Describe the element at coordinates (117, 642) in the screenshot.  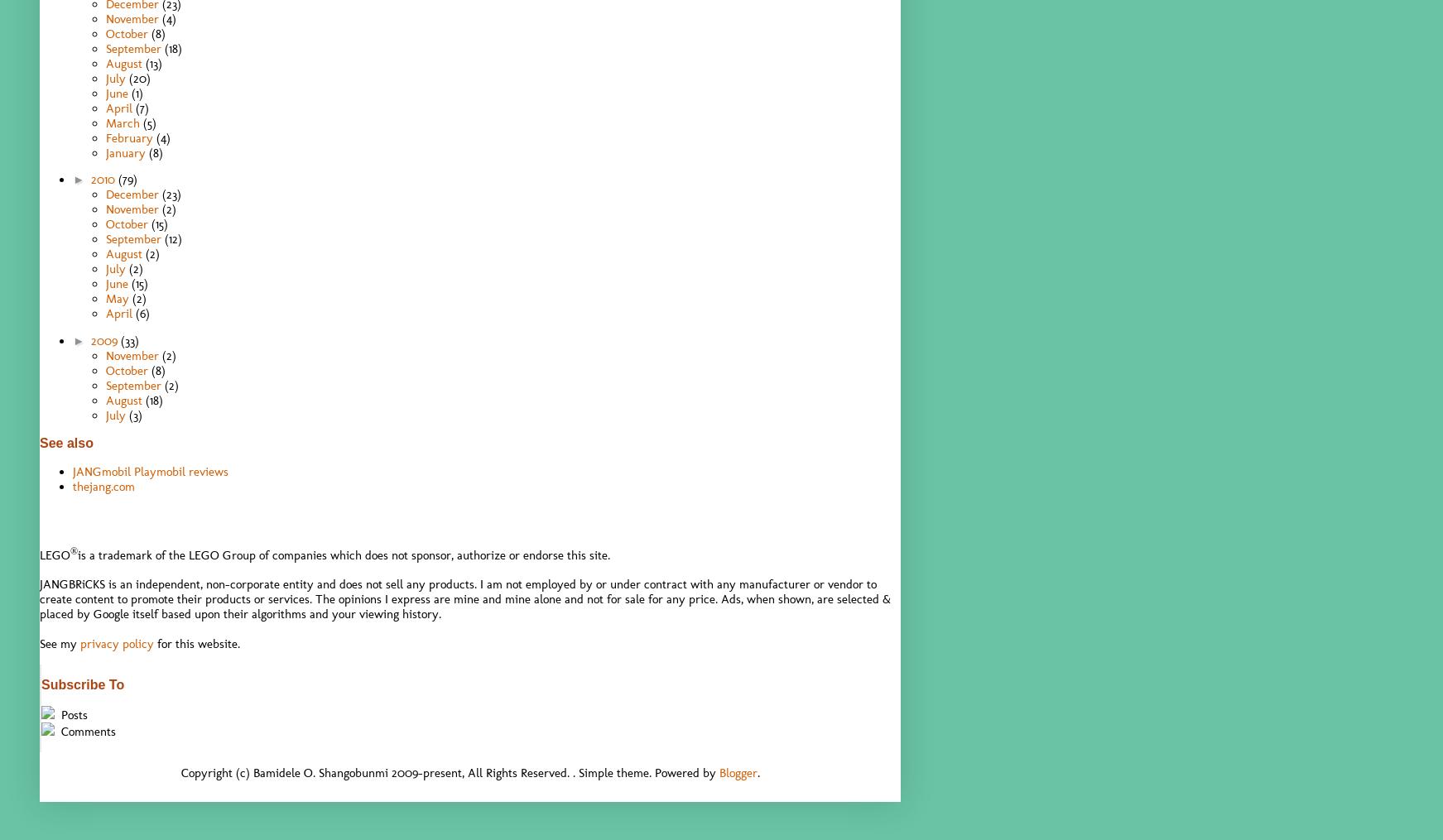
I see `'privacy policy'` at that location.